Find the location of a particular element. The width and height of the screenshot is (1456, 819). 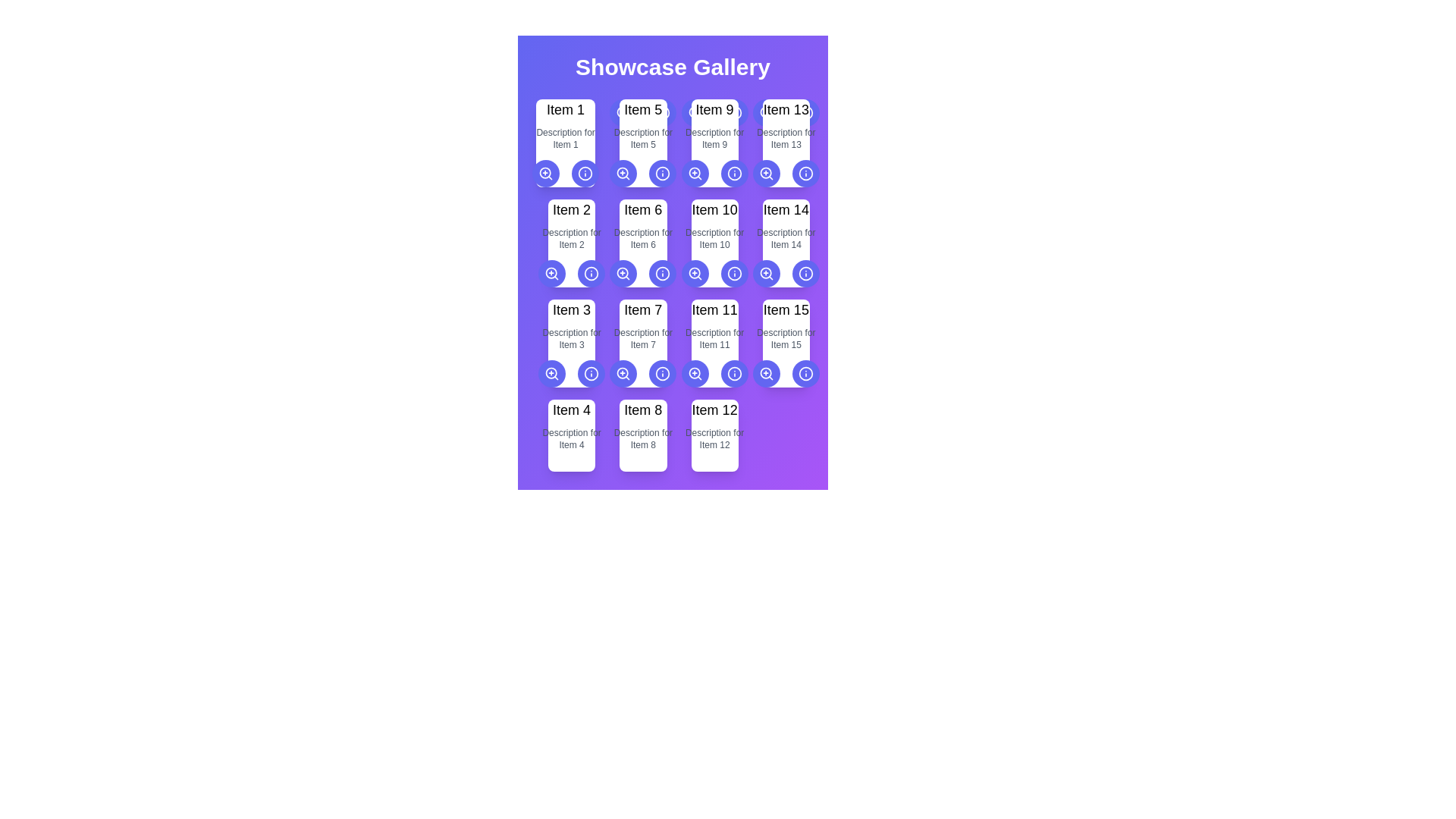

the information icon located in the bottom right corner of the grid under the panel labeled 'Item 15' is located at coordinates (805, 374).